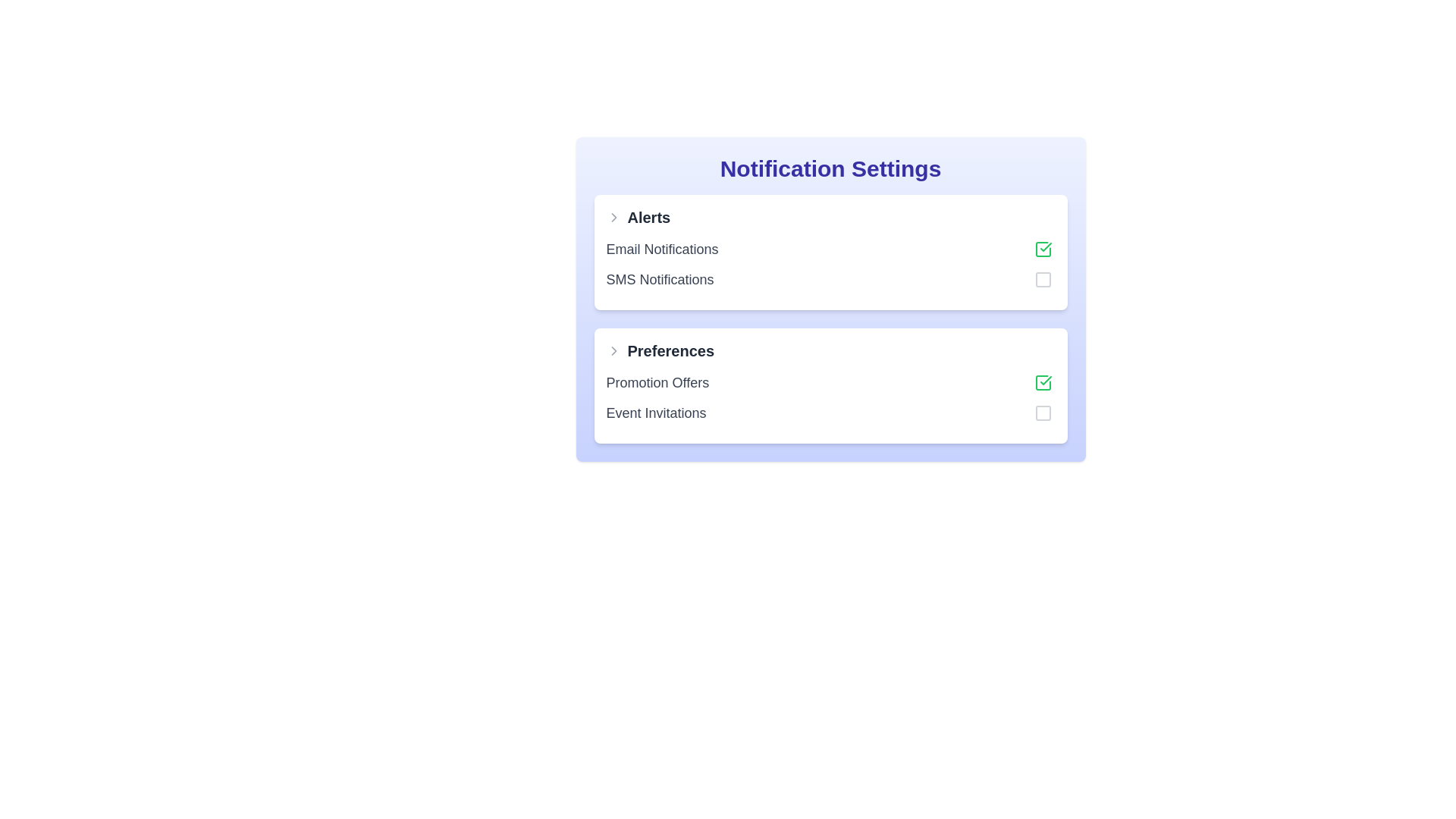  Describe the element at coordinates (1042, 413) in the screenshot. I see `the interactive checkbox element located at the bottom-right corner of the 'Event Invitations' row in the 'Preferences' section of the 'Notification Settings' panel` at that location.